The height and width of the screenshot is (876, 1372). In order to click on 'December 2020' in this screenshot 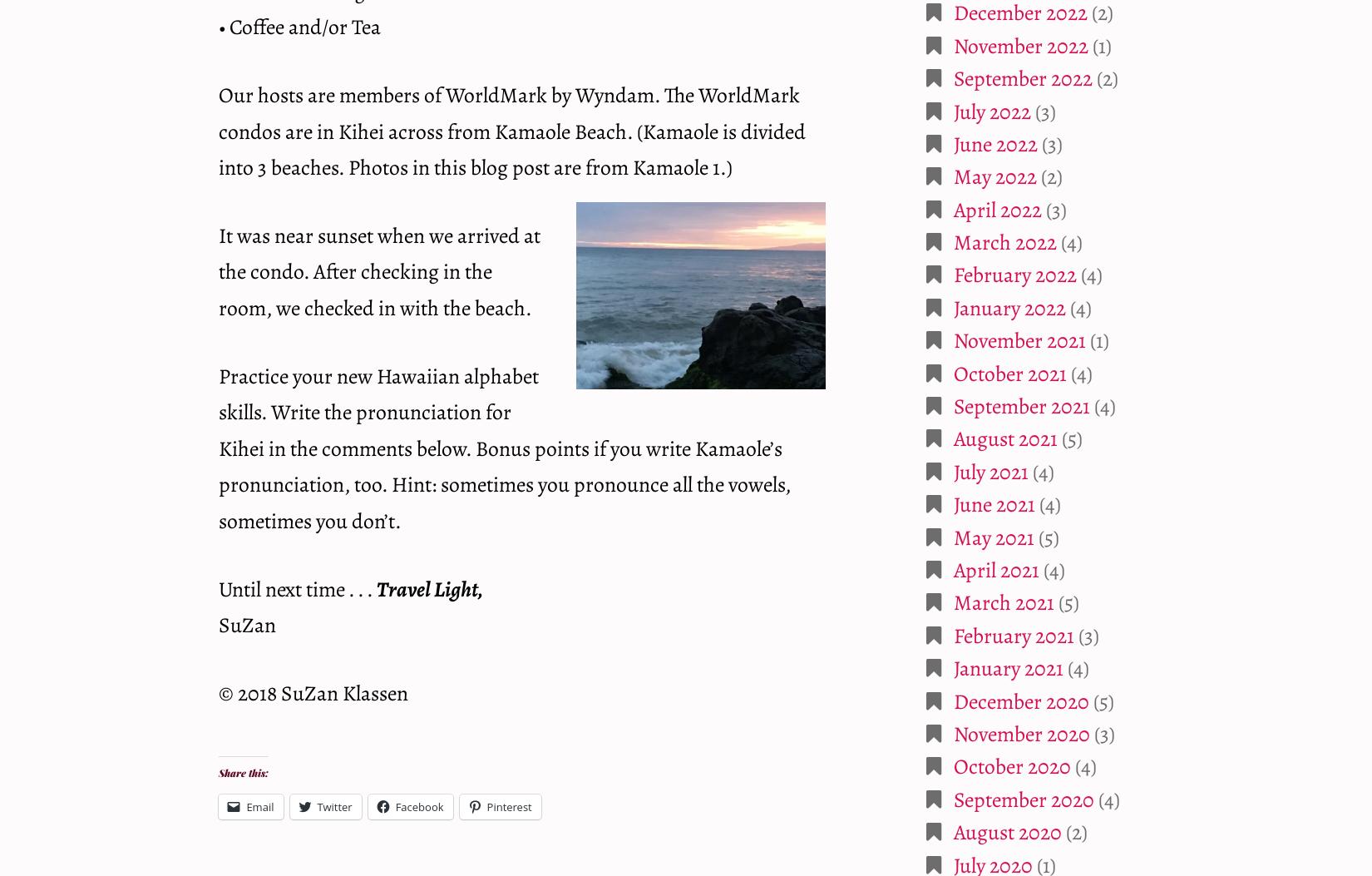, I will do `click(1021, 700)`.